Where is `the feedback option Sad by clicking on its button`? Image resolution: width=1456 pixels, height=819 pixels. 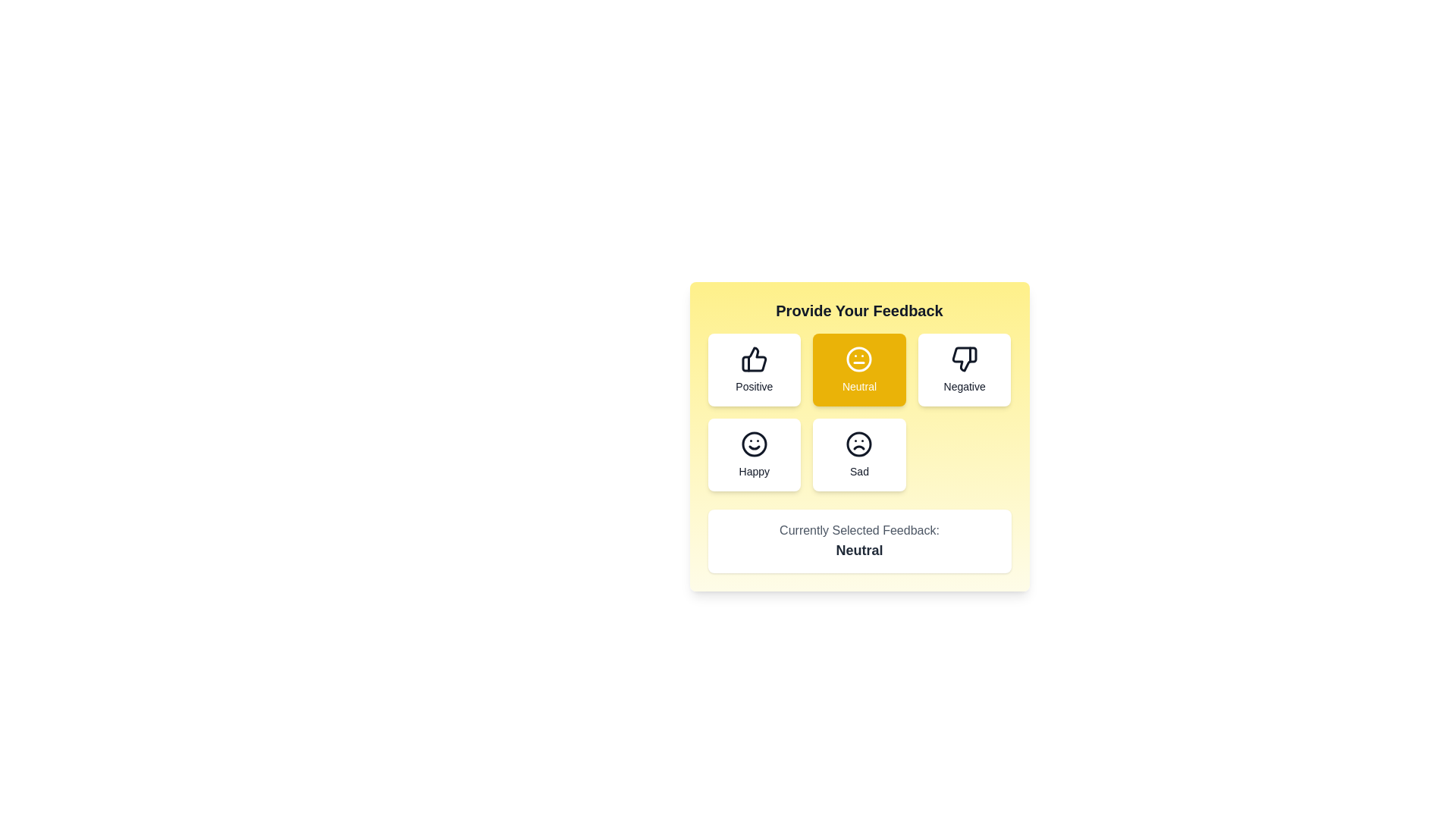 the feedback option Sad by clicking on its button is located at coordinates (859, 454).